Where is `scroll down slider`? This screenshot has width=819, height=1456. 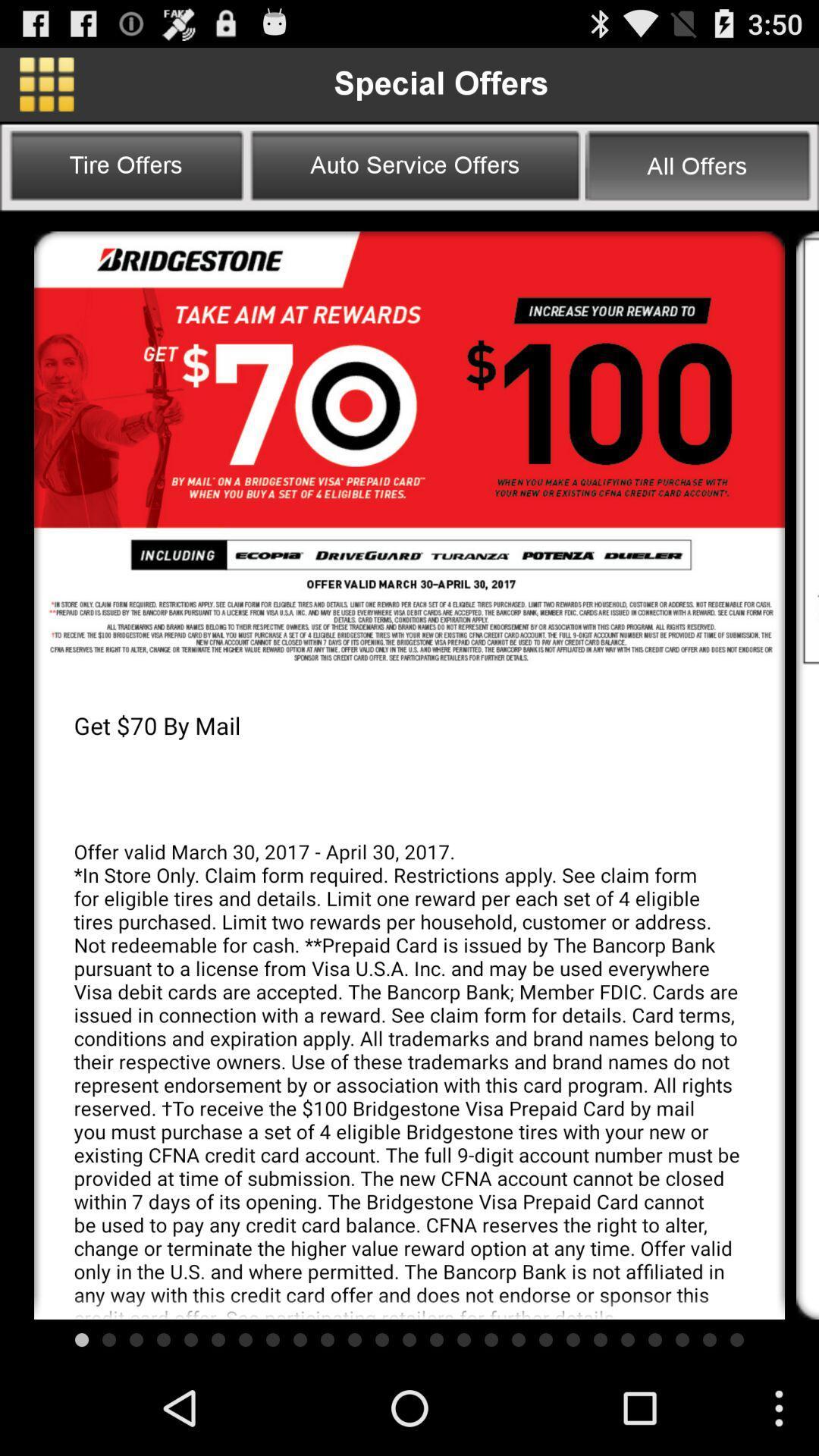 scroll down slider is located at coordinates (806, 450).